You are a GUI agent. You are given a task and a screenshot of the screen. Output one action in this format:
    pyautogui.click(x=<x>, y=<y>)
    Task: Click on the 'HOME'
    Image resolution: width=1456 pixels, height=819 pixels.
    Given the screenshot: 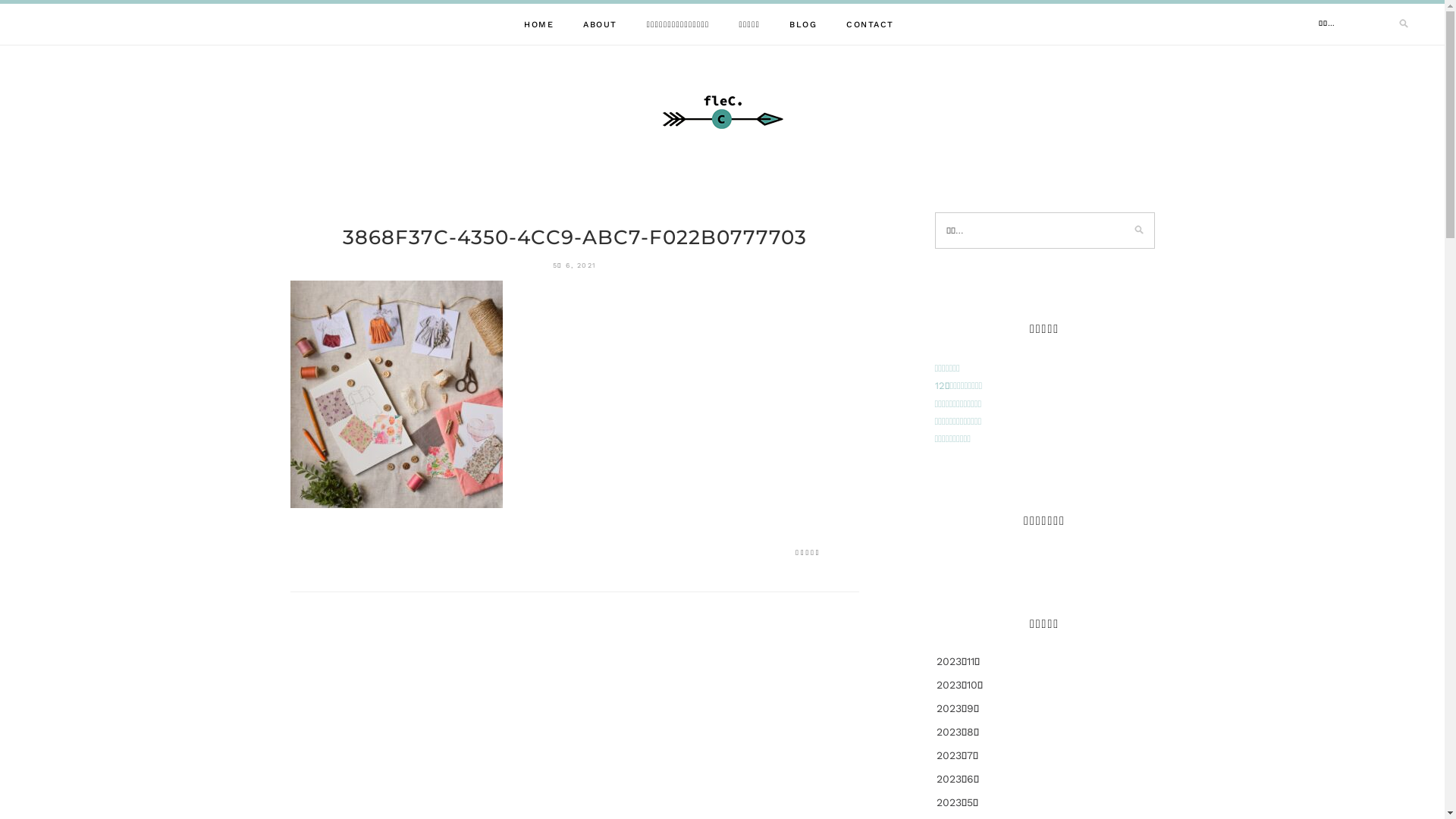 What is the action you would take?
    pyautogui.click(x=538, y=24)
    